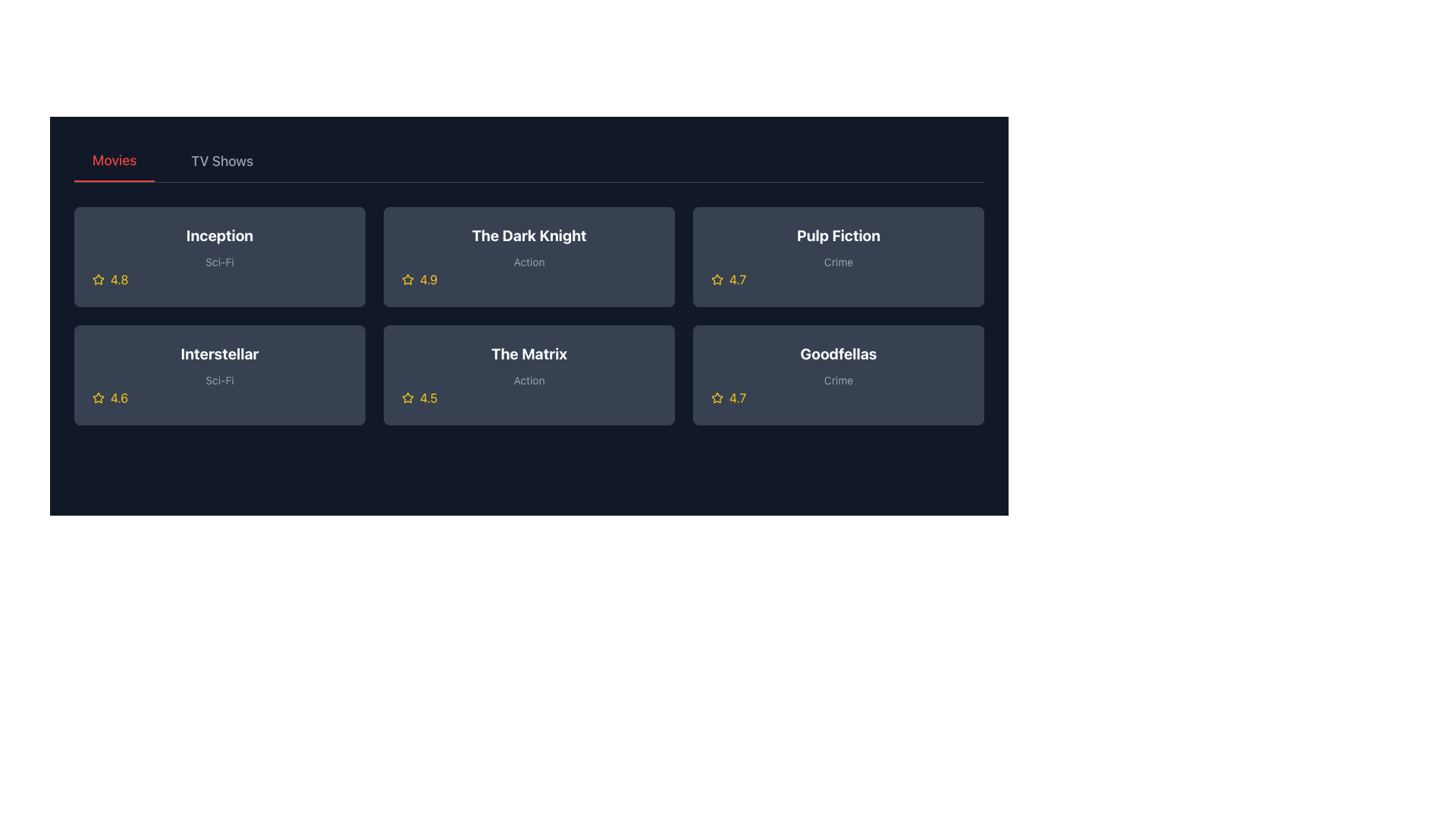 The height and width of the screenshot is (819, 1456). I want to click on the Text Label indicating the genre of 'The Matrix', which is located in the second row and second column of the media selection grid, so click(529, 379).